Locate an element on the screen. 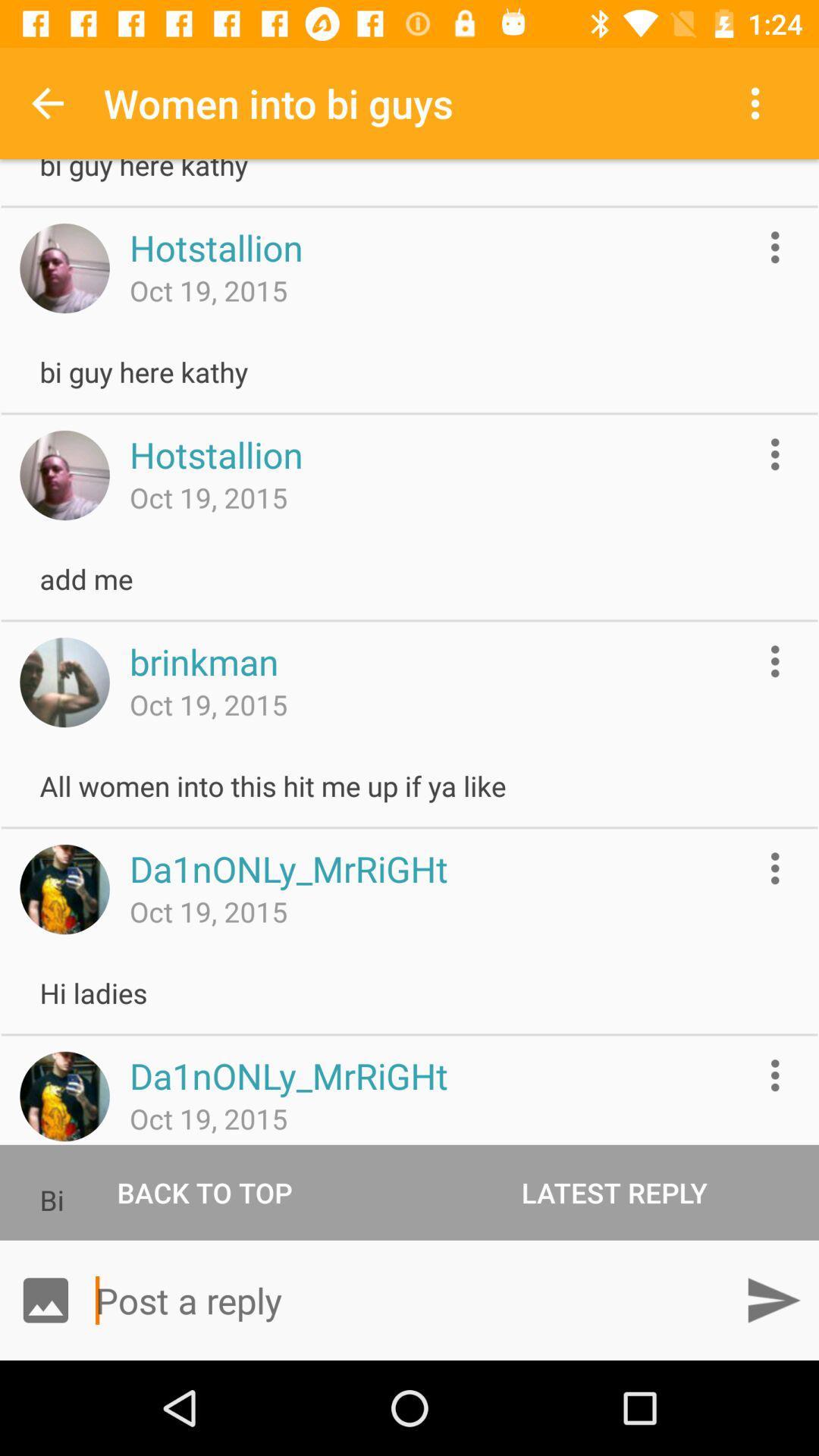 This screenshot has height=1456, width=819. get more information is located at coordinates (775, 1075).